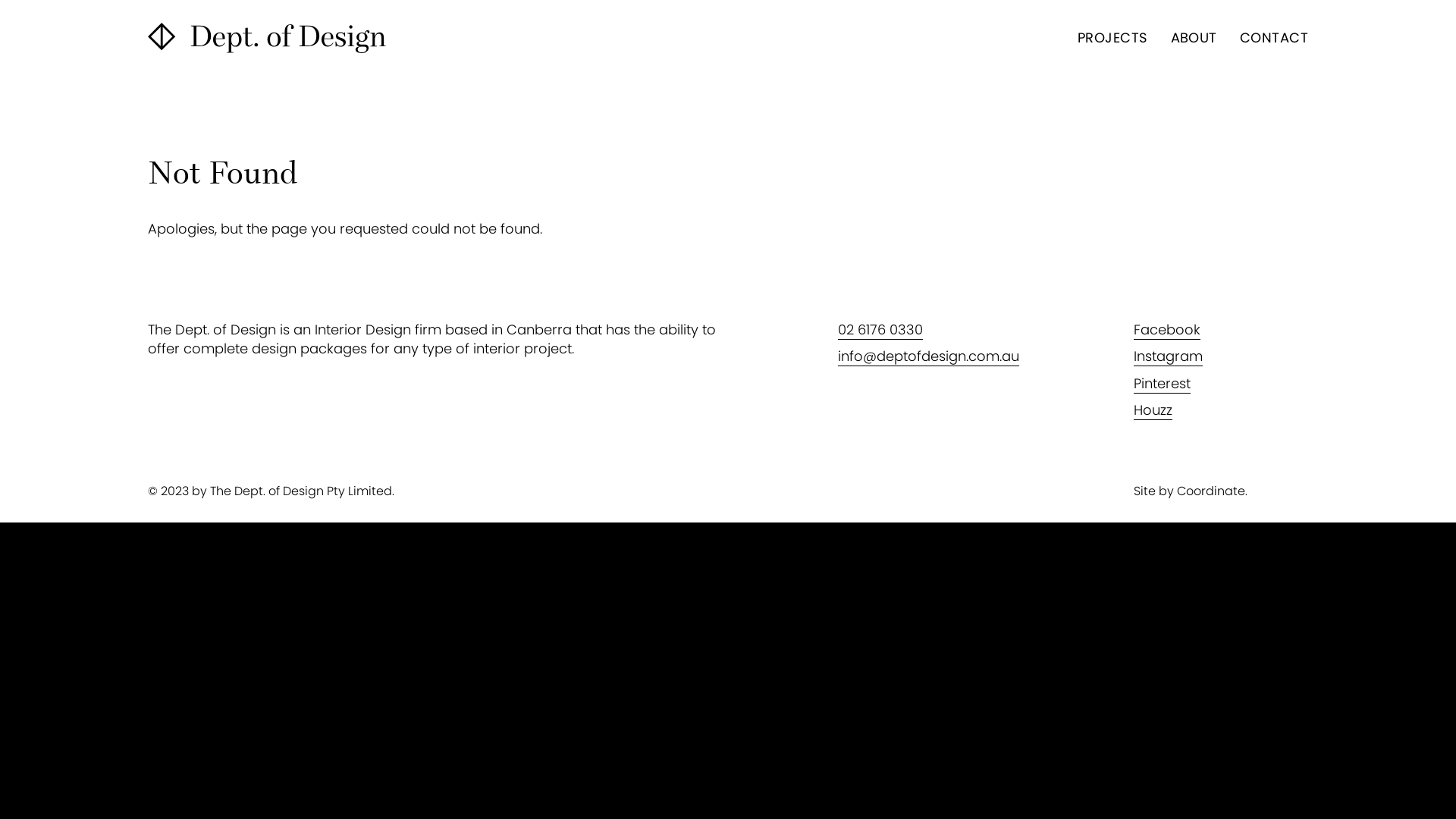  Describe the element at coordinates (1166, 328) in the screenshot. I see `'Facebook'` at that location.